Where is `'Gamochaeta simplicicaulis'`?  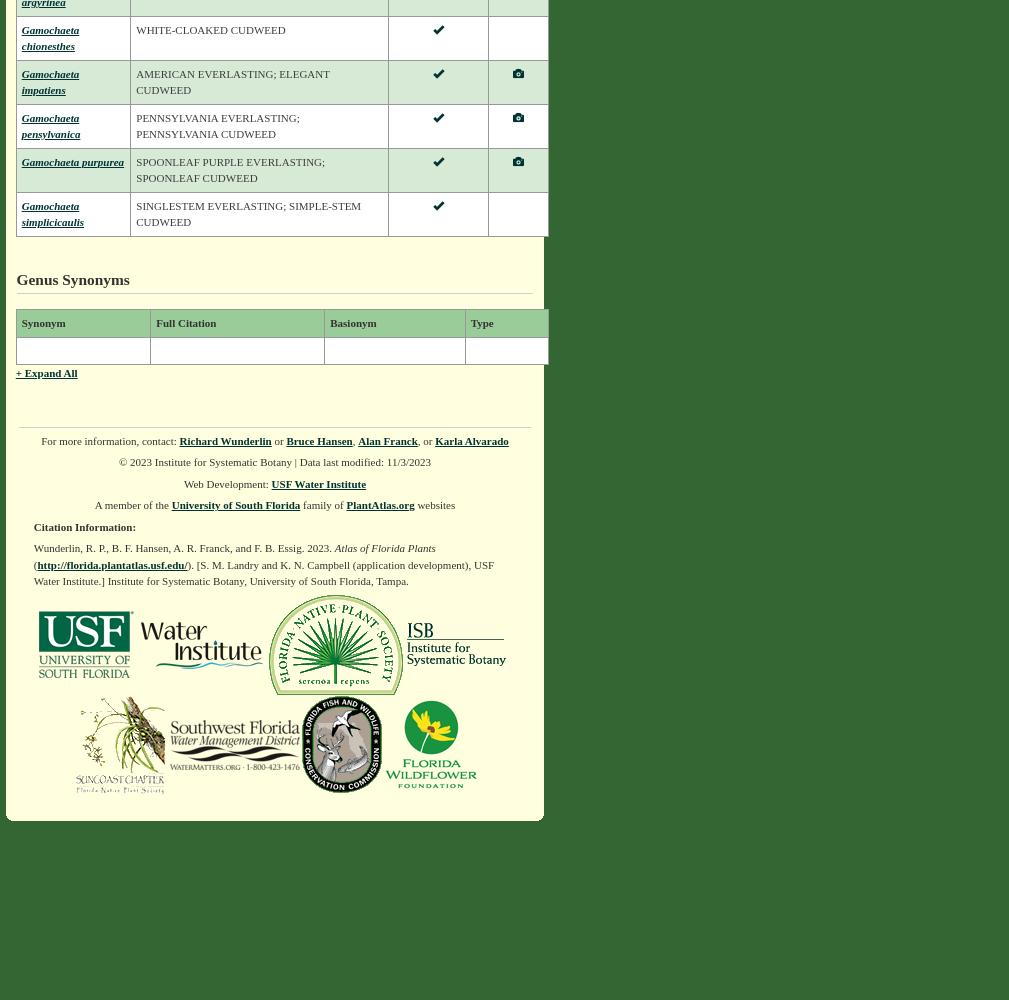 'Gamochaeta simplicicaulis' is located at coordinates (51, 212).